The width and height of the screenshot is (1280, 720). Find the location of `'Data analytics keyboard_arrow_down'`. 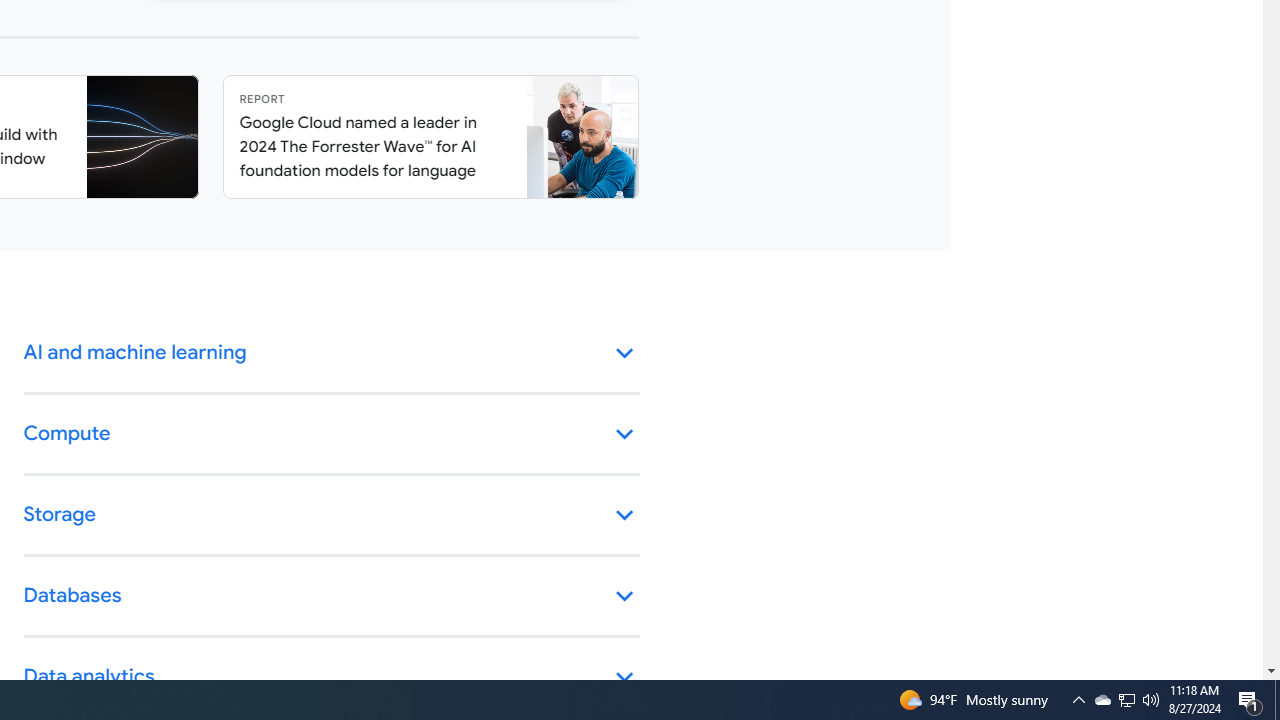

'Data analytics keyboard_arrow_down' is located at coordinates (331, 677).